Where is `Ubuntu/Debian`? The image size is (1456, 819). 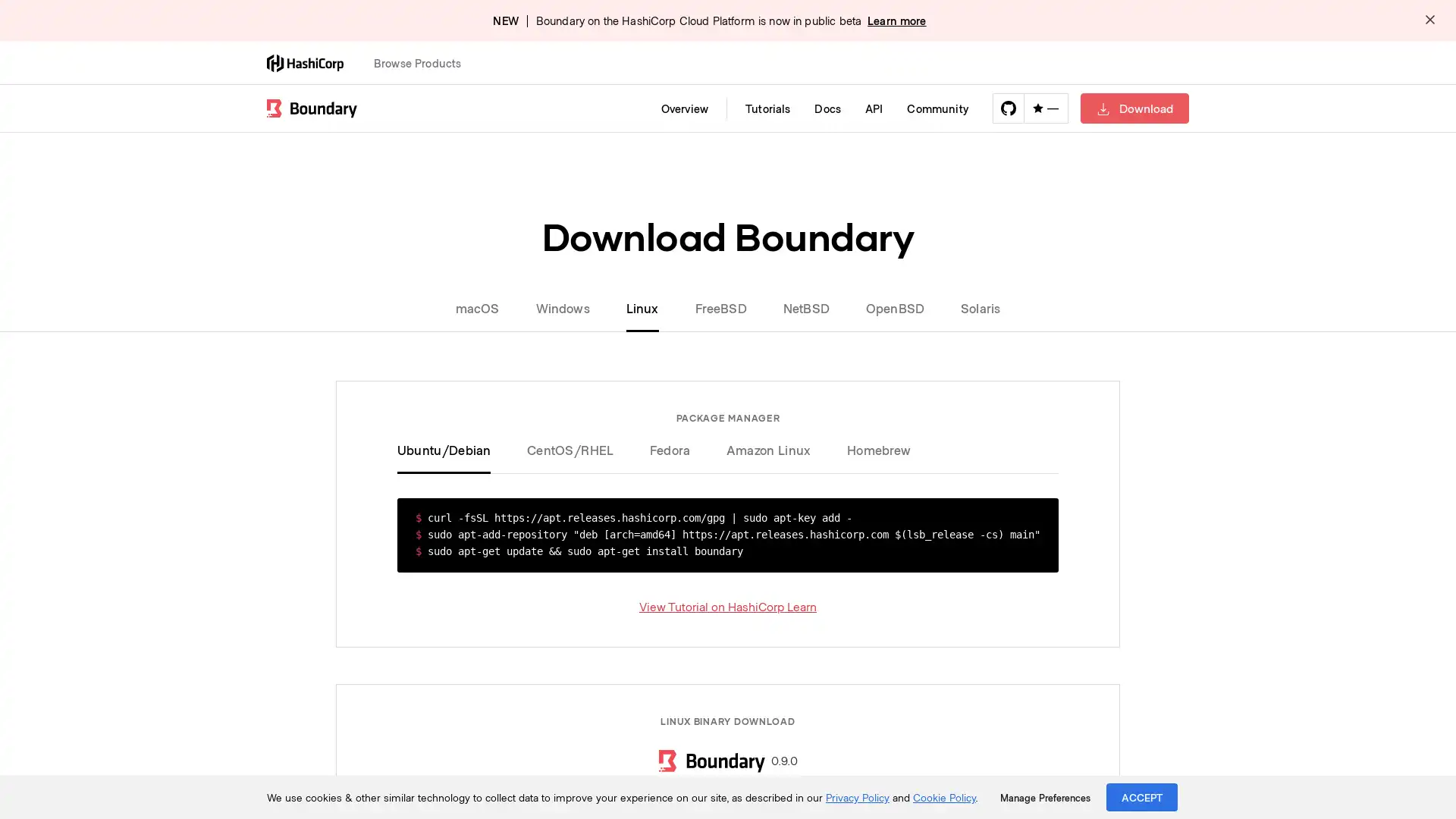
Ubuntu/Debian is located at coordinates (452, 449).